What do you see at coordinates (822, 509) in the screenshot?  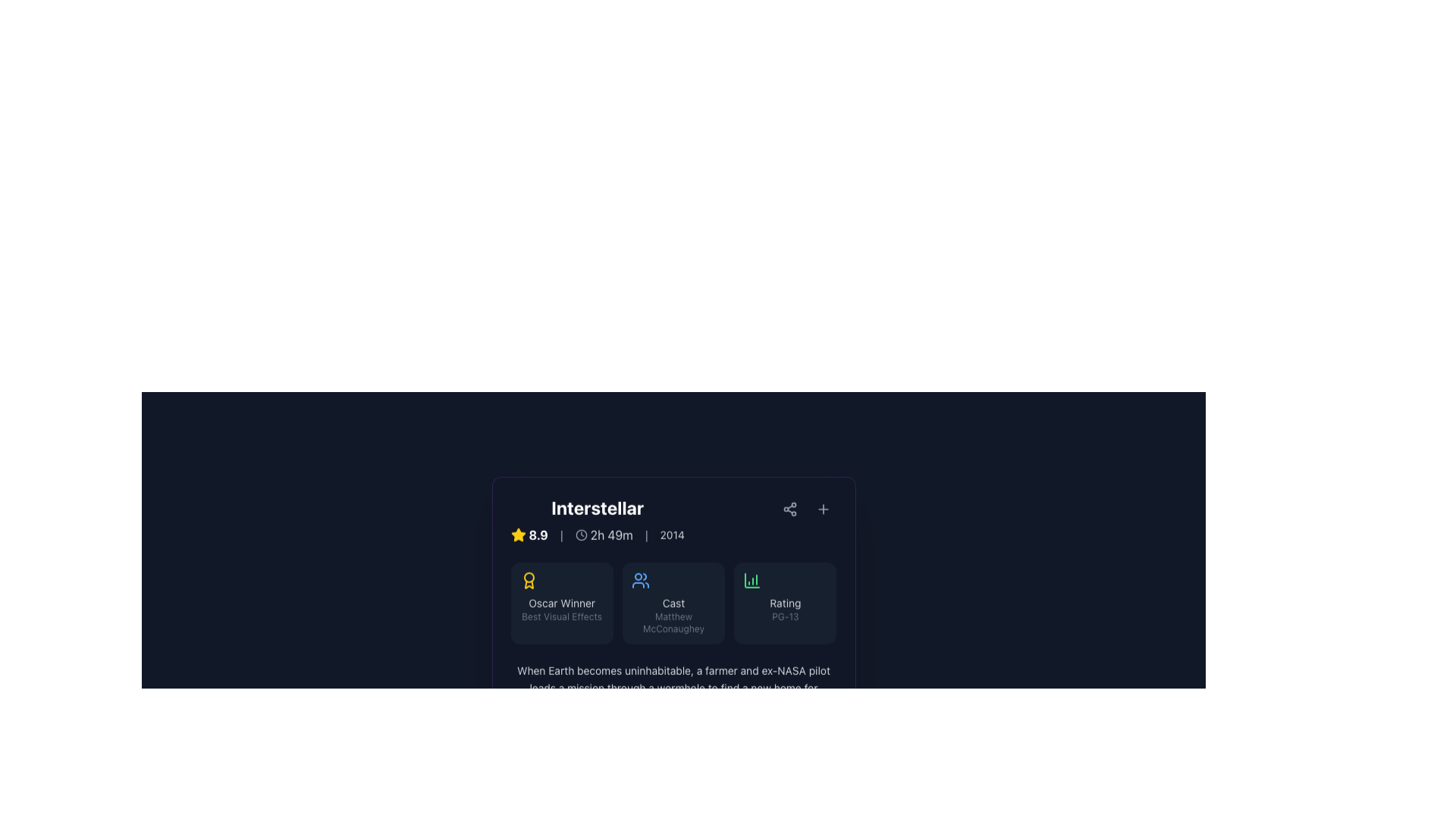 I see `the action button located in the top-right corner of the movie information card for 'Interstellar'` at bounding box center [822, 509].